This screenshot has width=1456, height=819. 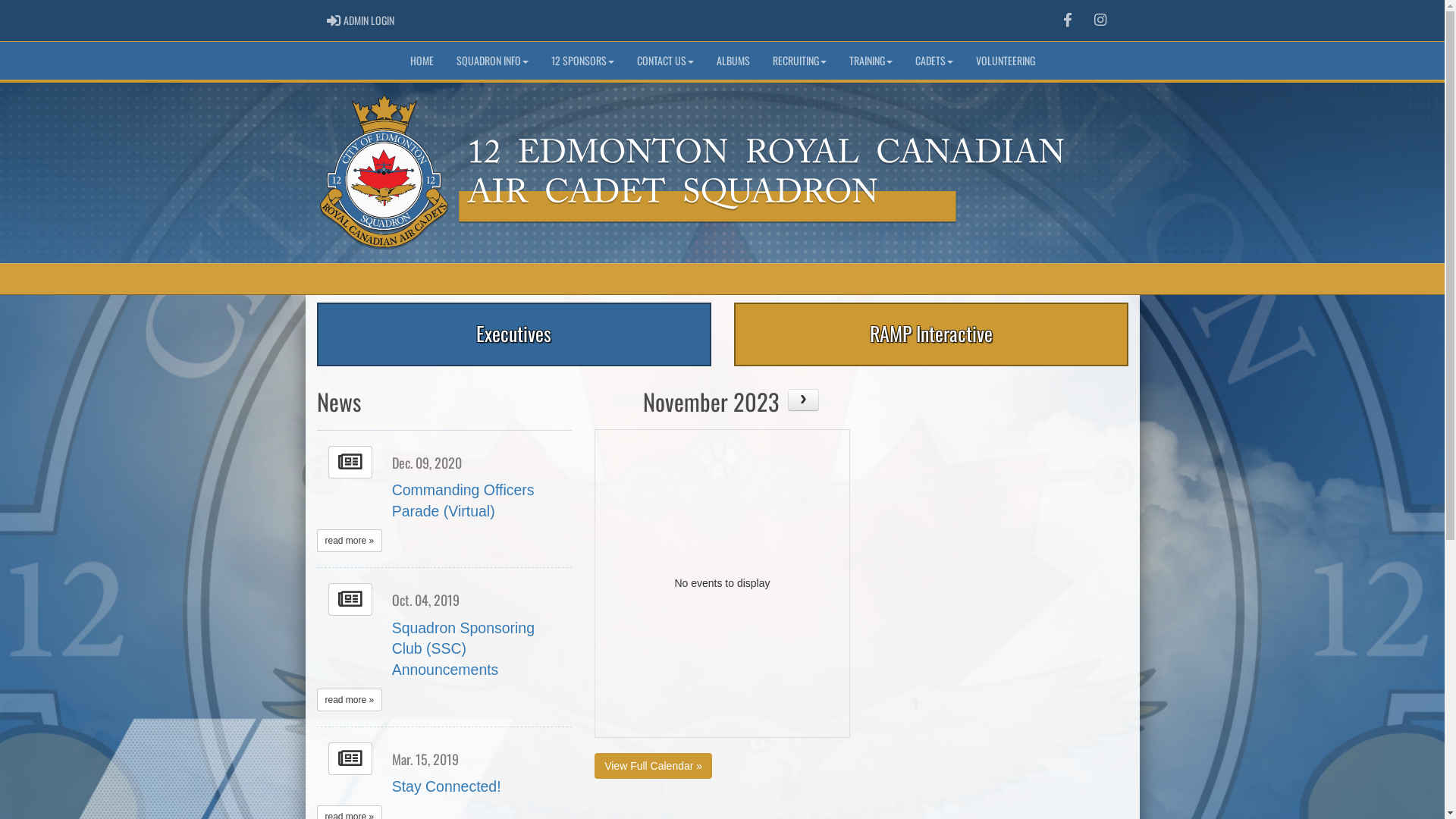 What do you see at coordinates (1100, 20) in the screenshot?
I see `'Instagram'` at bounding box center [1100, 20].